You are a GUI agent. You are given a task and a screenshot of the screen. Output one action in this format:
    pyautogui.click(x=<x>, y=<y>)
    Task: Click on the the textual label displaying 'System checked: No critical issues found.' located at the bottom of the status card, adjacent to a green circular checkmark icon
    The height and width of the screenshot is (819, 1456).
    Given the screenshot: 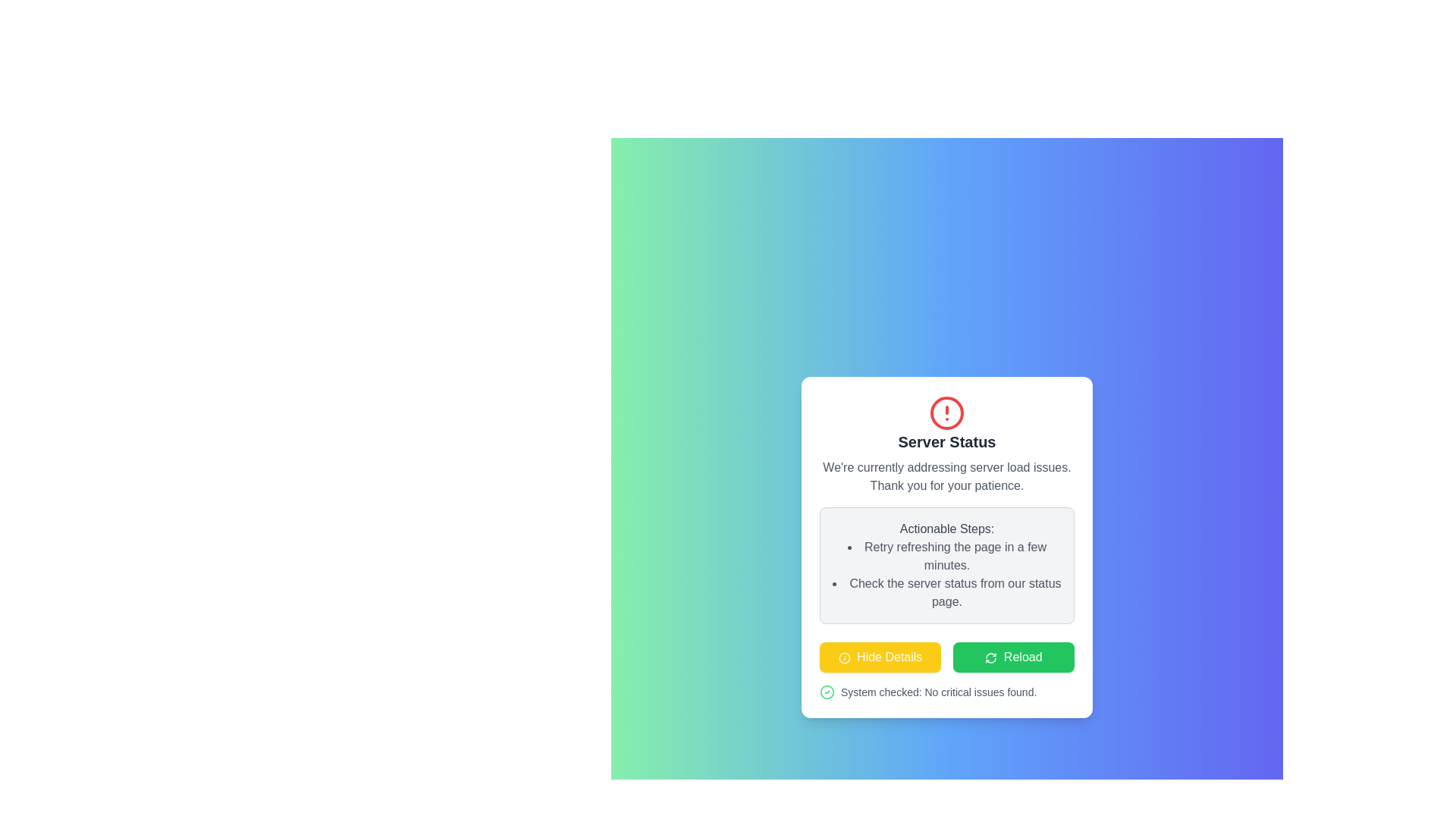 What is the action you would take?
    pyautogui.click(x=938, y=692)
    